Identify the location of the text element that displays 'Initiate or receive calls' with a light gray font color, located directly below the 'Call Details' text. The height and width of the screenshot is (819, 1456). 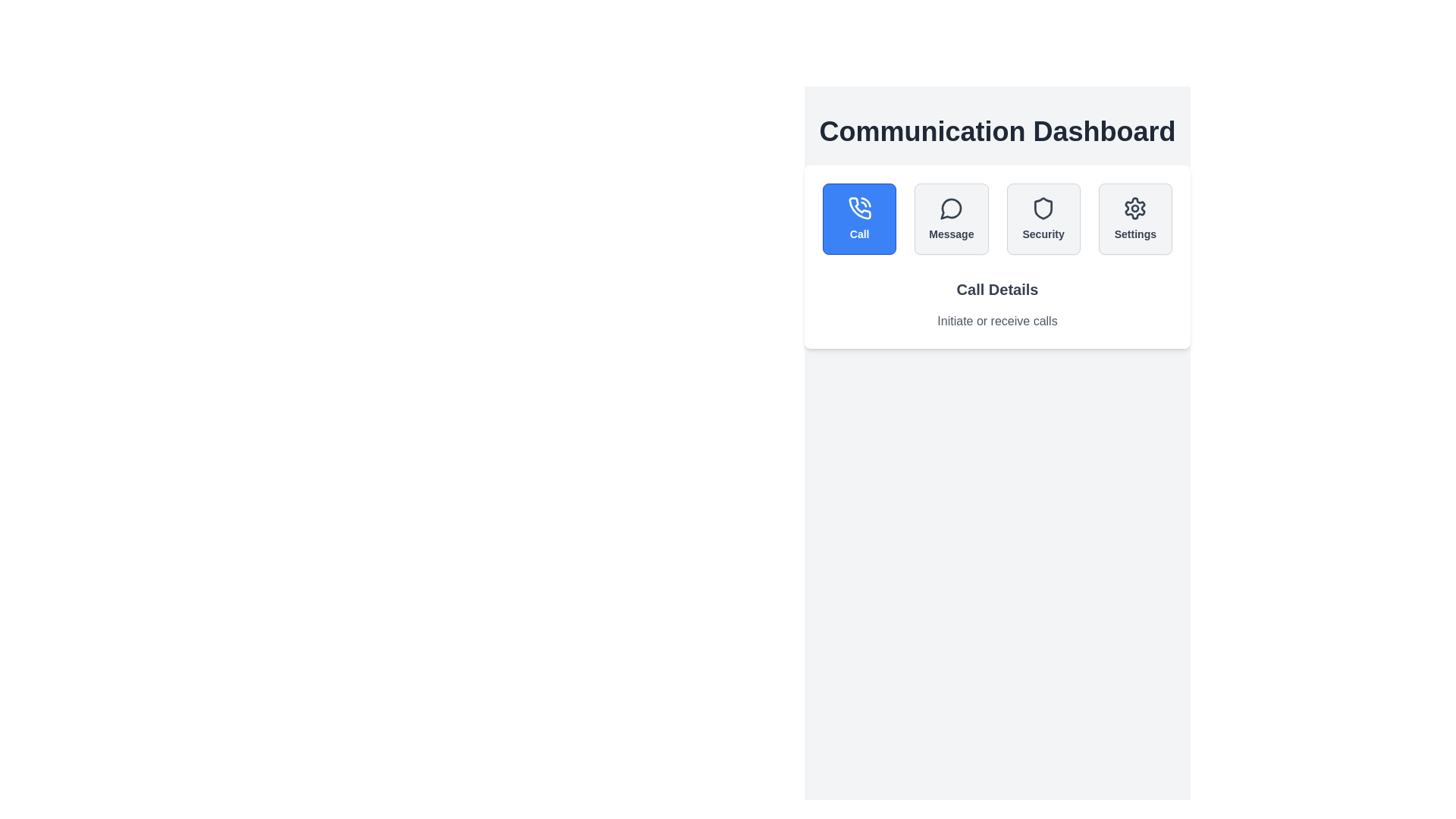
(997, 321).